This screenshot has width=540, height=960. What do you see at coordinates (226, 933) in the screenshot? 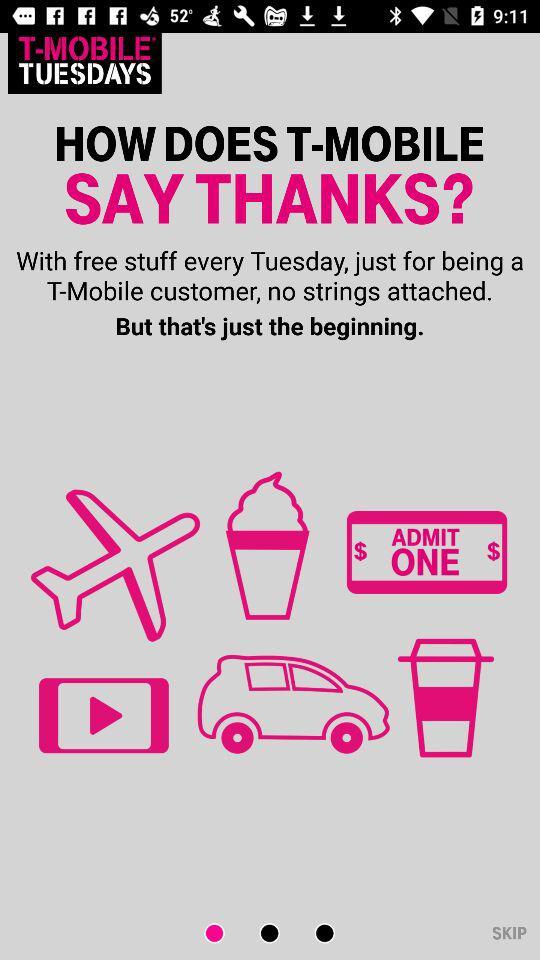
I see `movement indicator` at bounding box center [226, 933].